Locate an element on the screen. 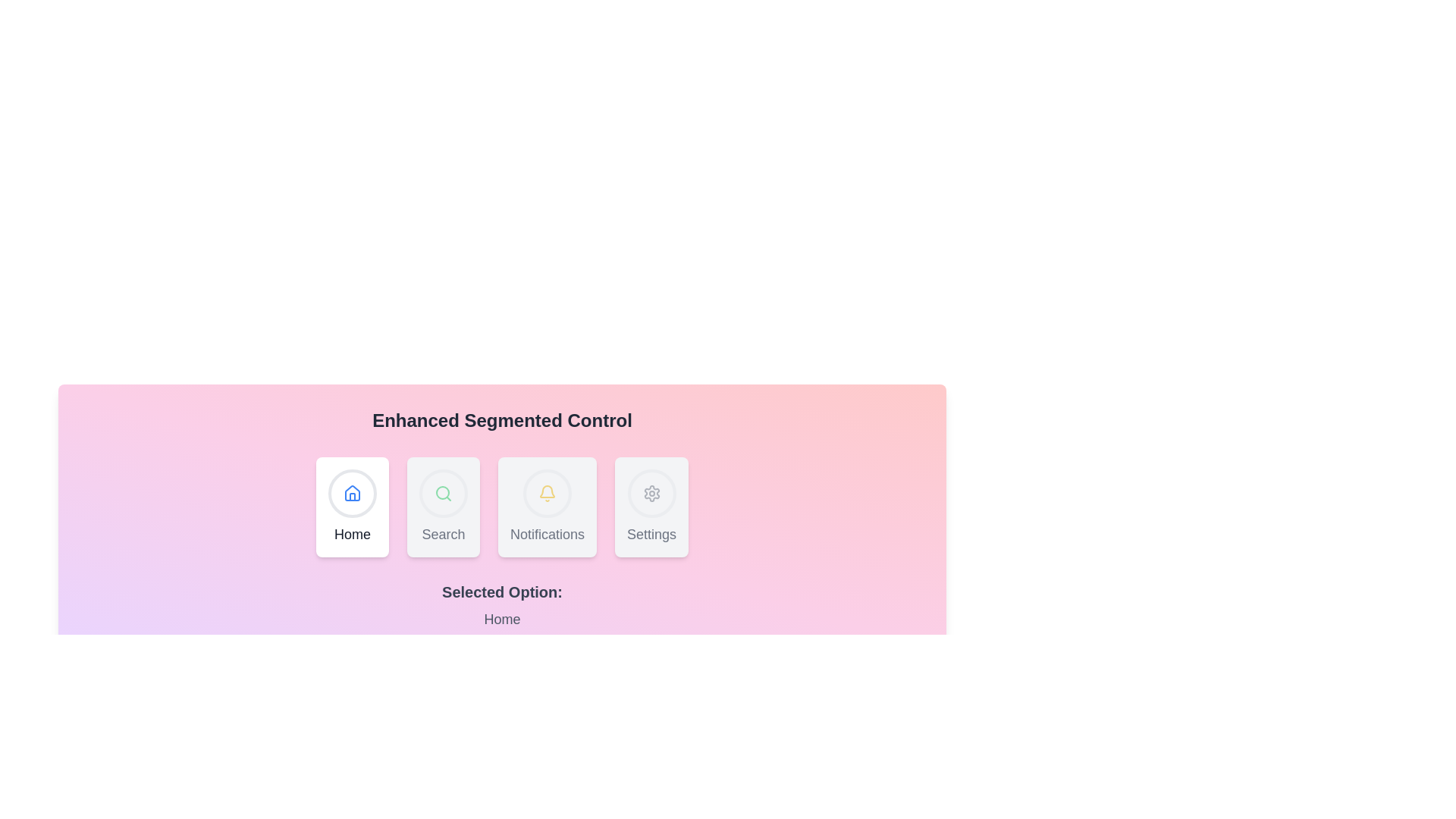 Image resolution: width=1456 pixels, height=819 pixels. the 'Notifications' option of the Interactive segmented control to indicate interaction readiness is located at coordinates (502, 507).